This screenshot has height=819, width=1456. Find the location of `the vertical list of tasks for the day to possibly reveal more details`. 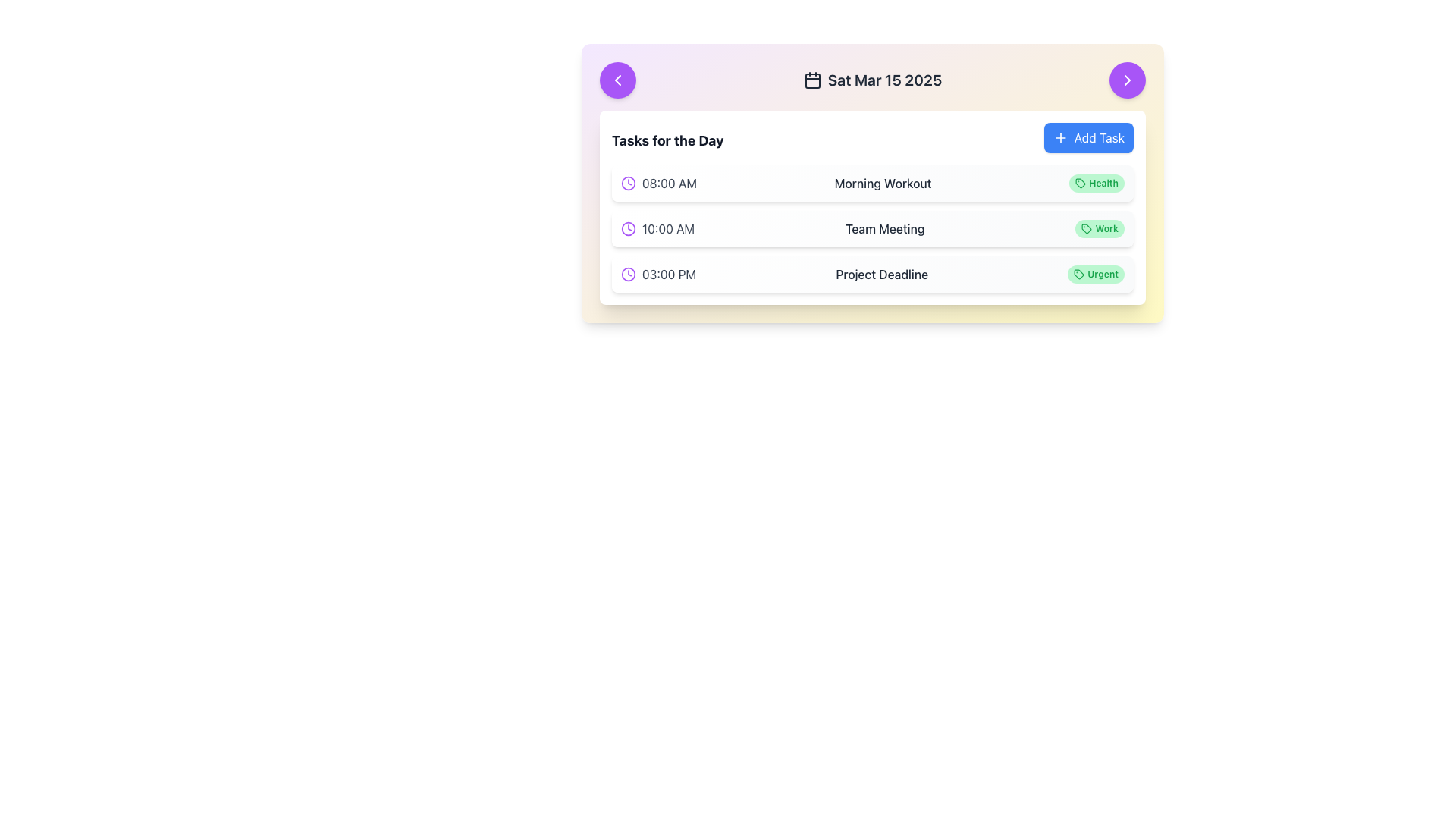

the vertical list of tasks for the day to possibly reveal more details is located at coordinates (873, 228).